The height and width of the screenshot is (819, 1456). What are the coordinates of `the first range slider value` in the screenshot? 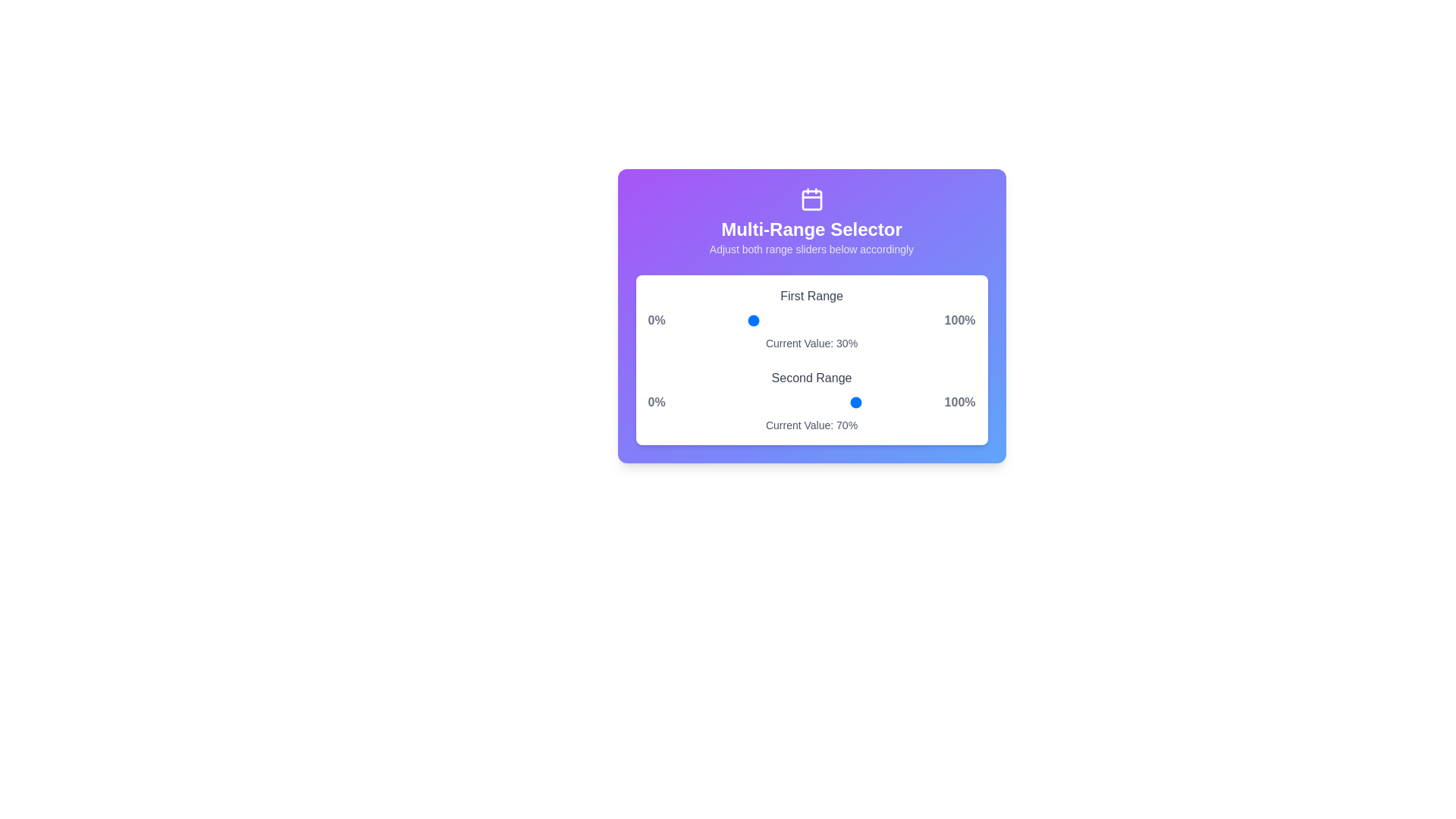 It's located at (858, 320).